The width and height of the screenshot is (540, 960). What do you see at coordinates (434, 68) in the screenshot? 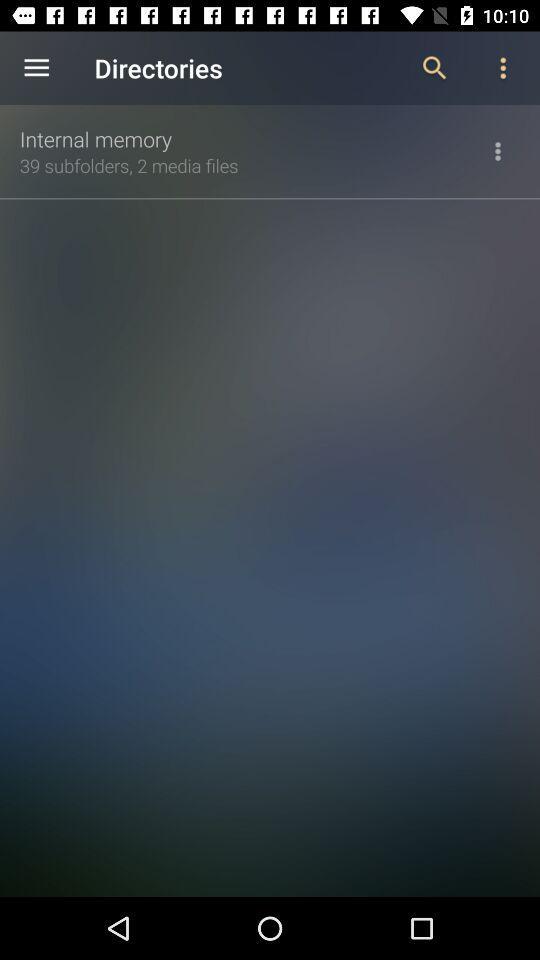
I see `the item next to the directories icon` at bounding box center [434, 68].